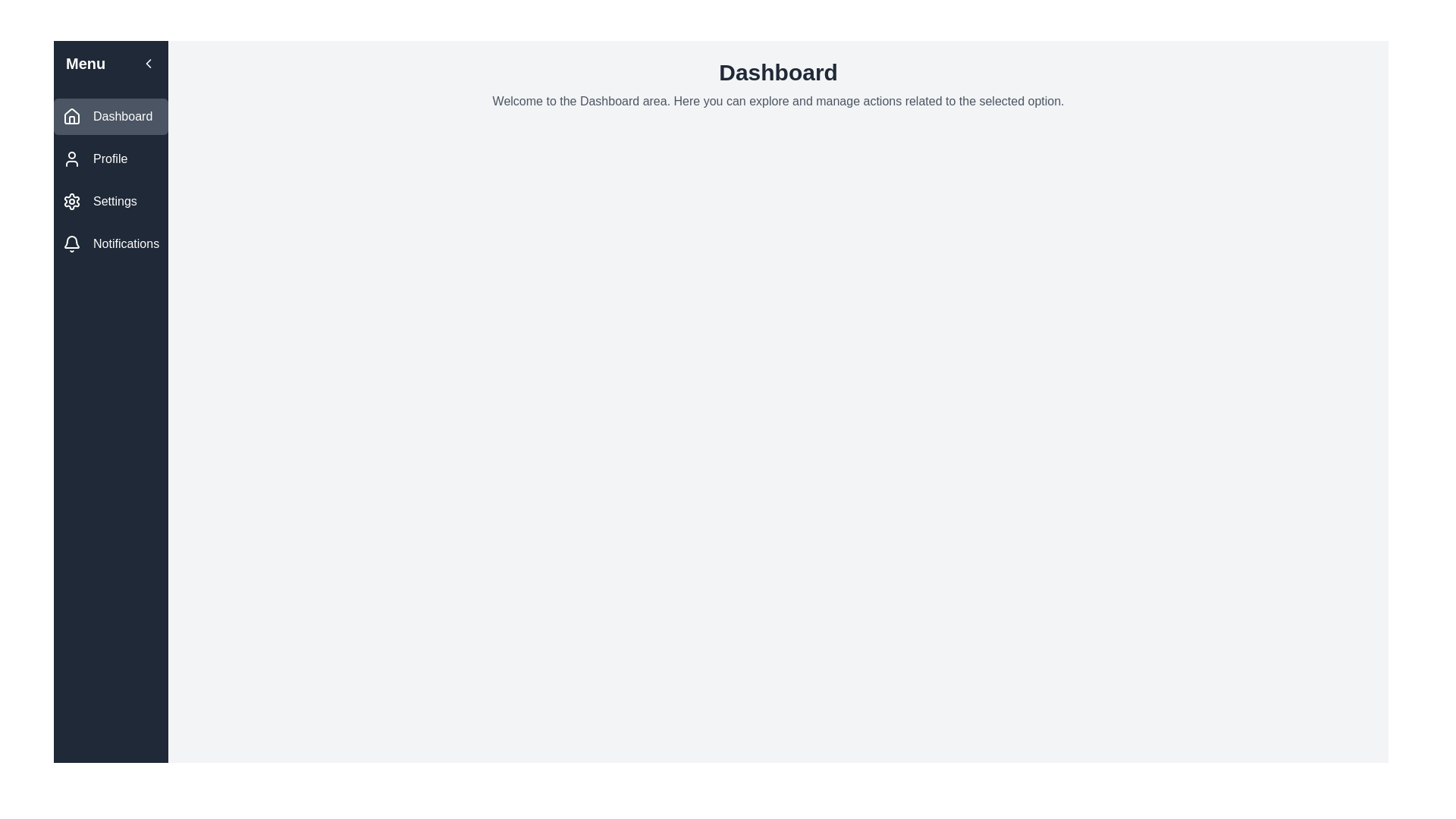 This screenshot has height=819, width=1456. I want to click on the Profile icon in the left vertical navigation bar, which is positioned above the text 'Profile' and visually represents the Profile menu item, so click(71, 158).